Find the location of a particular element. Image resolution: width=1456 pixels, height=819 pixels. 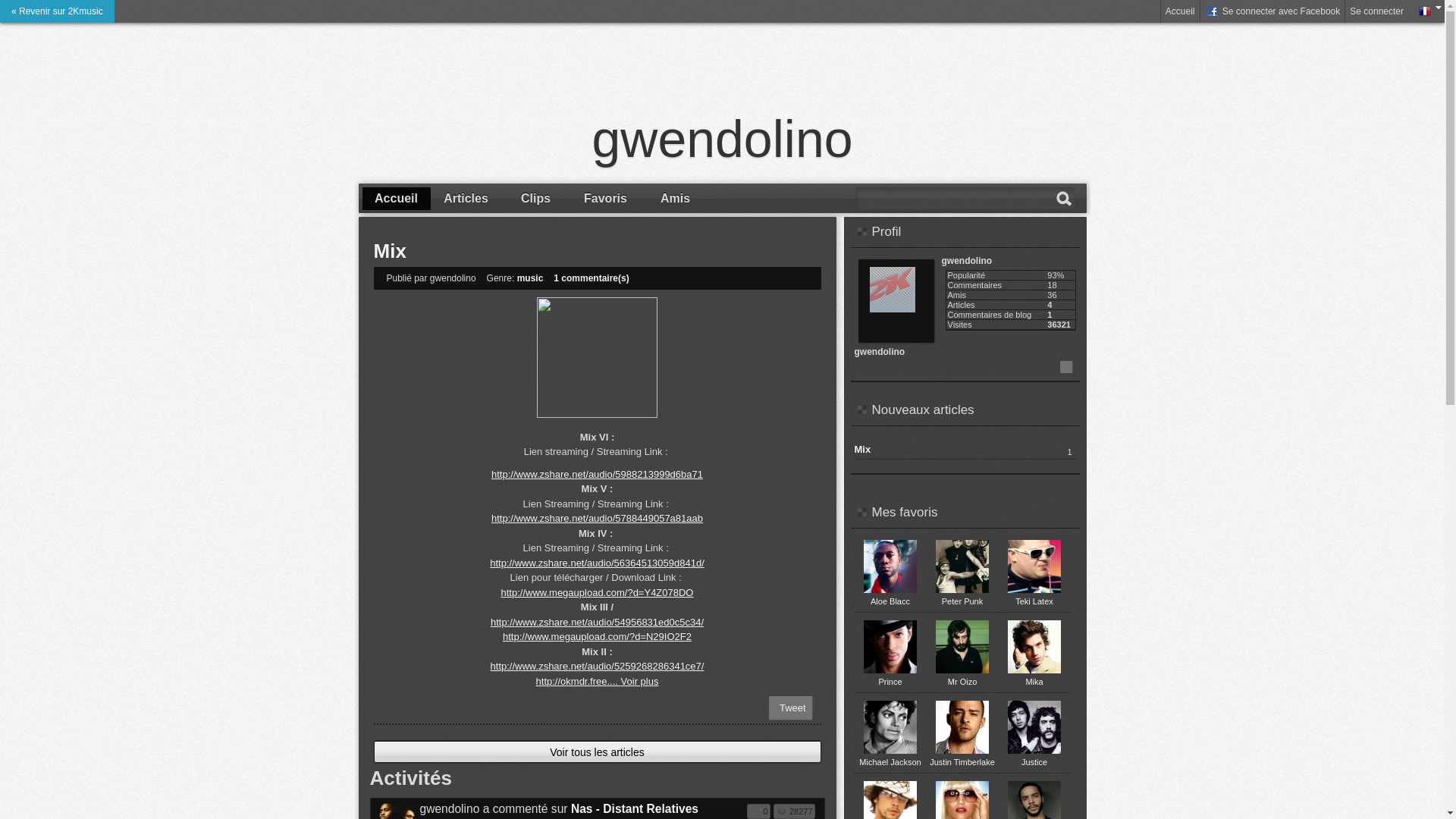

'Aloe Blacc' is located at coordinates (870, 601).